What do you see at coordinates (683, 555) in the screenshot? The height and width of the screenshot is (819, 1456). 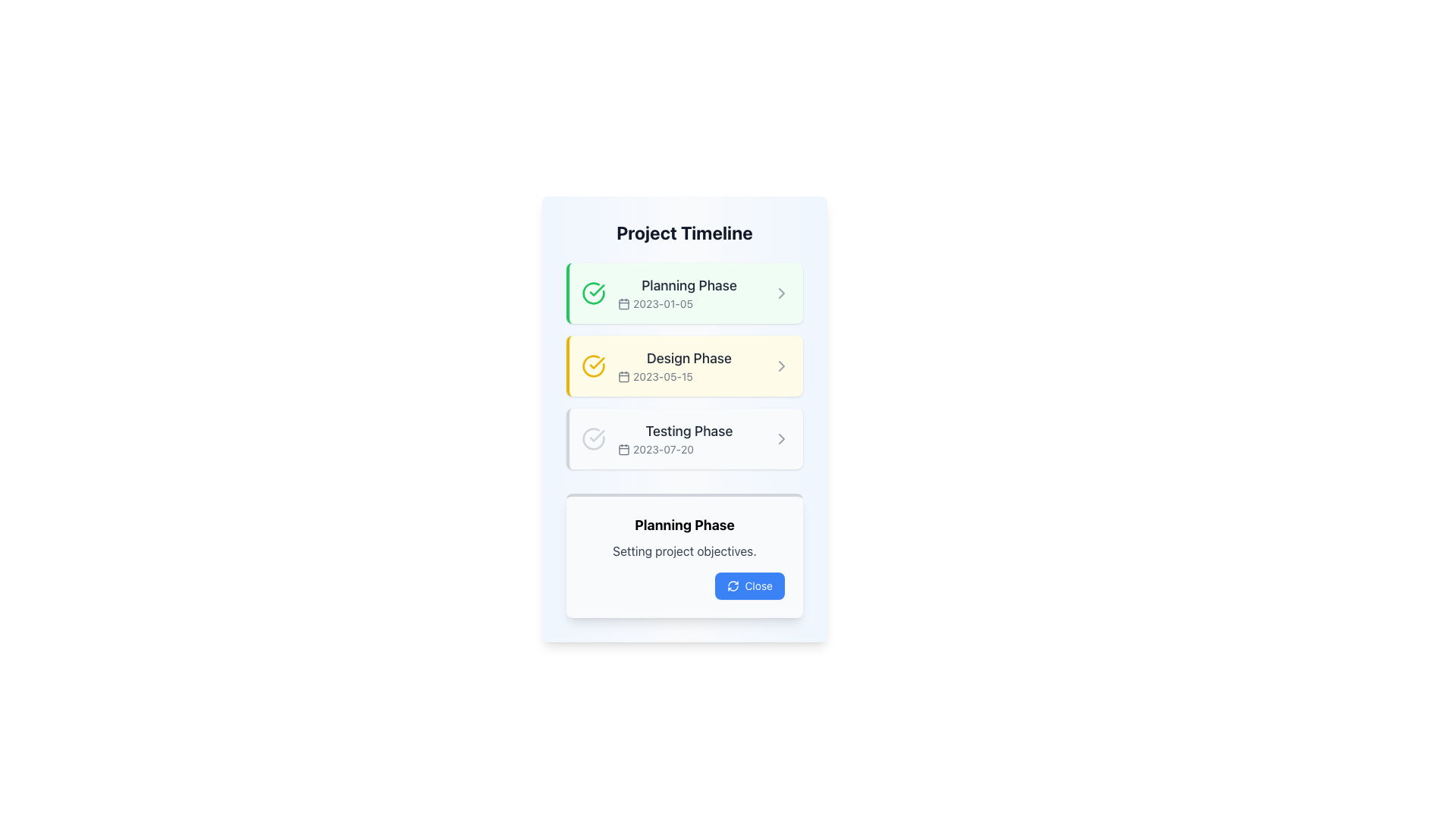 I see `text content of the 'Planning Phase' card located beneath the three colored project phase cards in the project timeline section` at bounding box center [683, 555].